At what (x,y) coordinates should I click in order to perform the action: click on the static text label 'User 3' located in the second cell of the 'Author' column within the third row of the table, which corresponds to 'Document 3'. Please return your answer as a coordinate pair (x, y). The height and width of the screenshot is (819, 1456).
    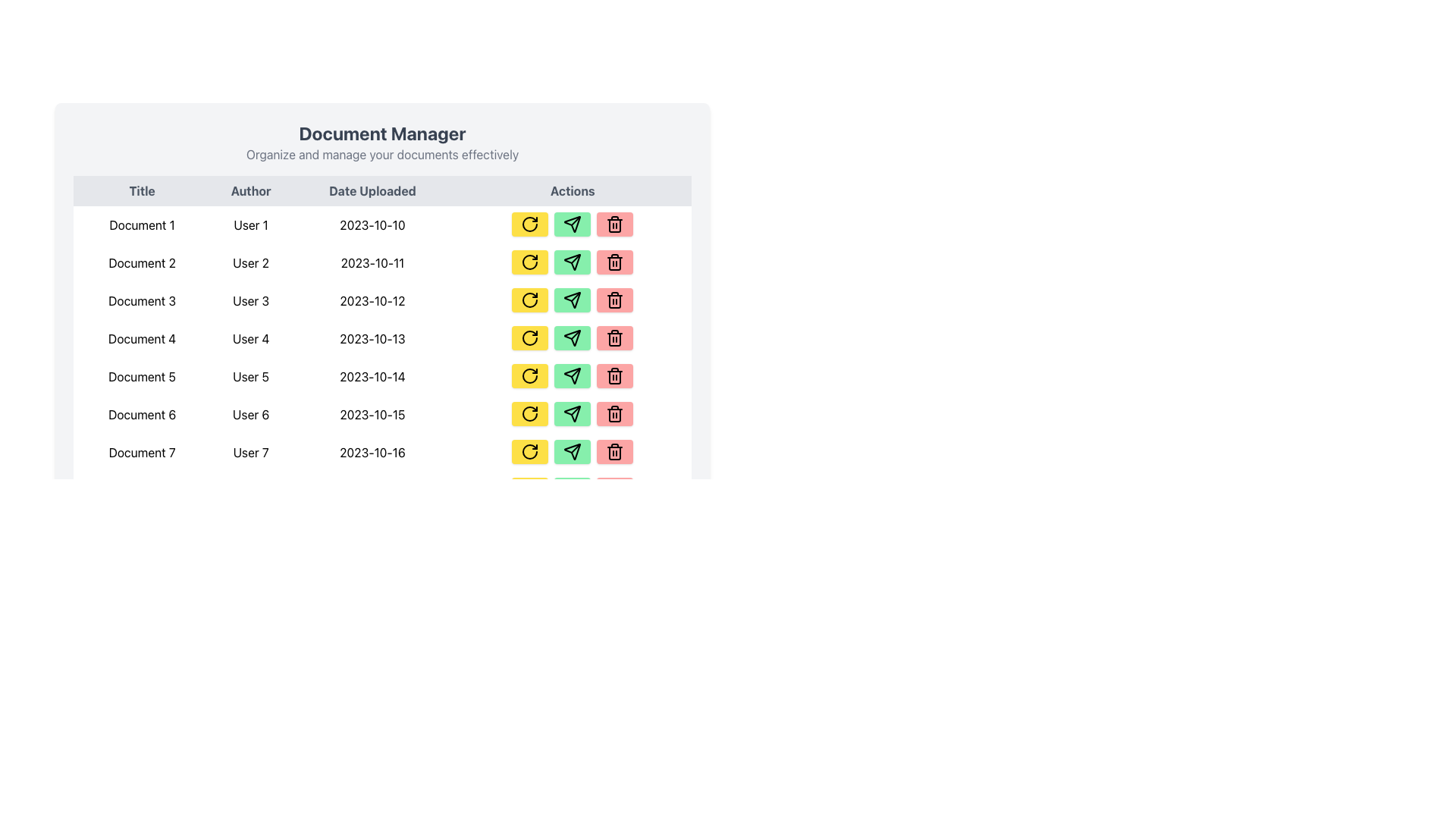
    Looking at the image, I should click on (251, 301).